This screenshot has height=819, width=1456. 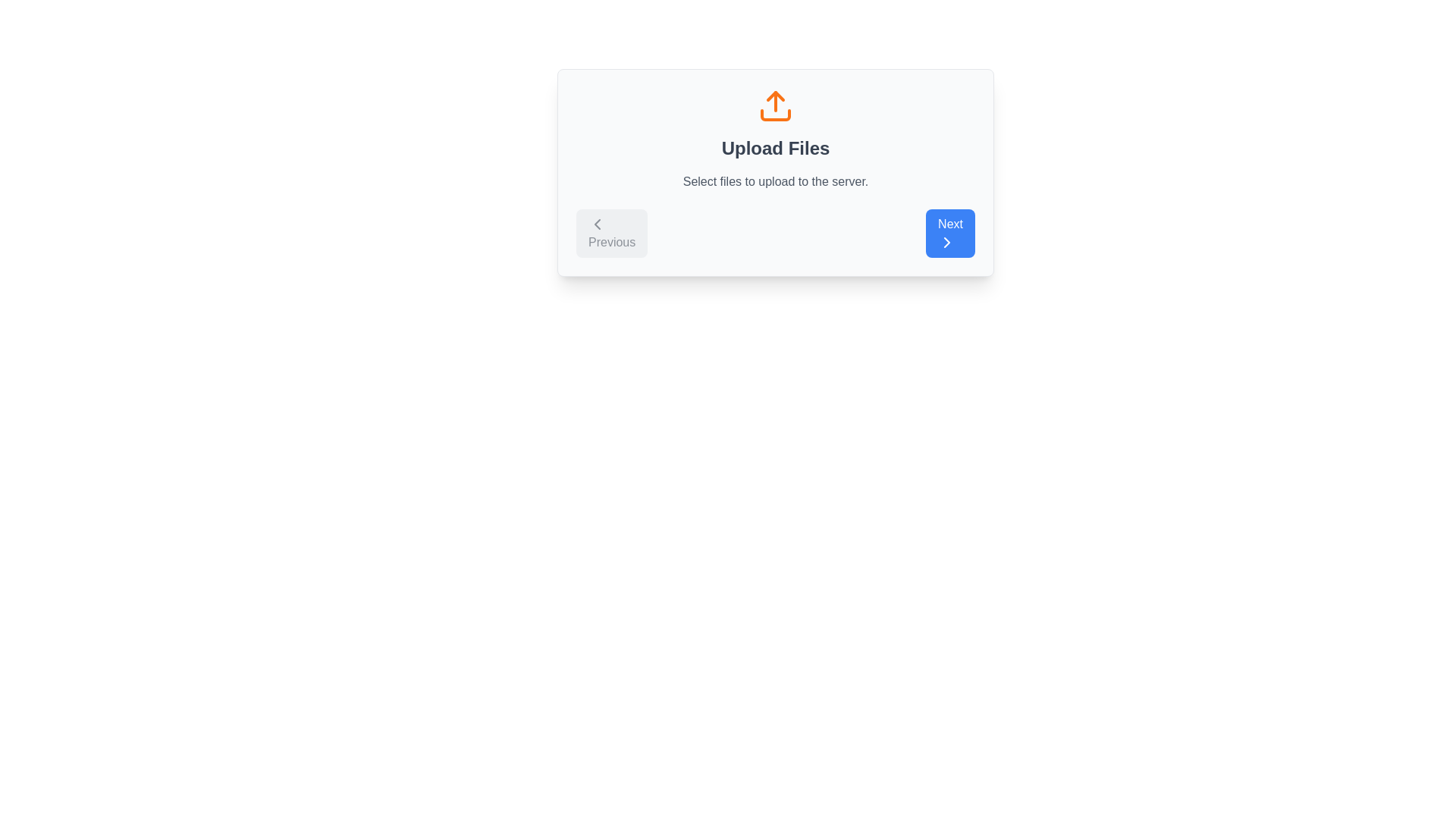 What do you see at coordinates (775, 140) in the screenshot?
I see `the informational section labeled 'Upload Files' which contains an orange upload icon and a description stating 'Select files to upload to the server.'` at bounding box center [775, 140].